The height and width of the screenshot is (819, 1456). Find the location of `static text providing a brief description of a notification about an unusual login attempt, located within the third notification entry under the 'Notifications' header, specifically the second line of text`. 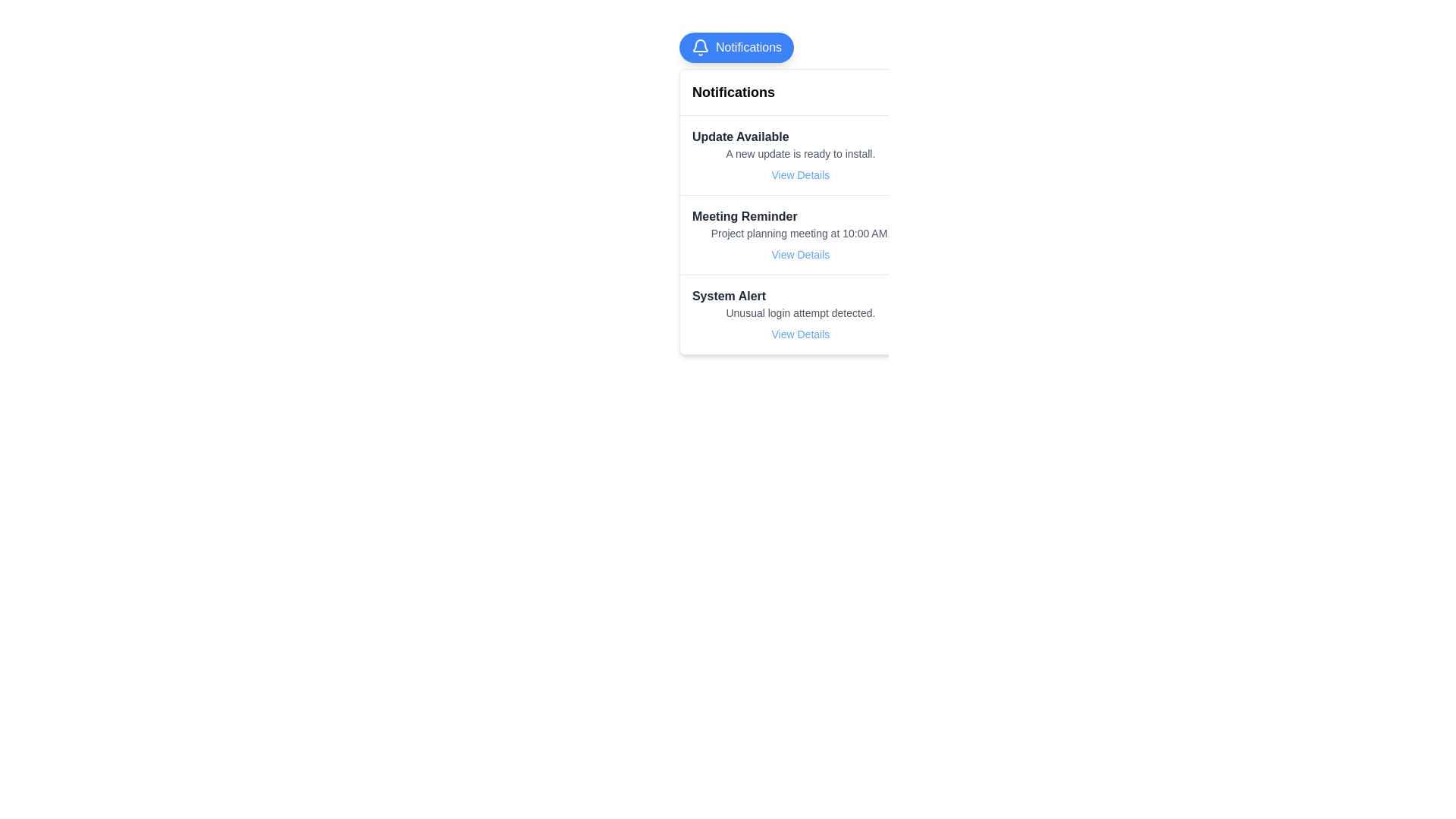

static text providing a brief description of a notification about an unusual login attempt, located within the third notification entry under the 'Notifications' header, specifically the second line of text is located at coordinates (800, 312).